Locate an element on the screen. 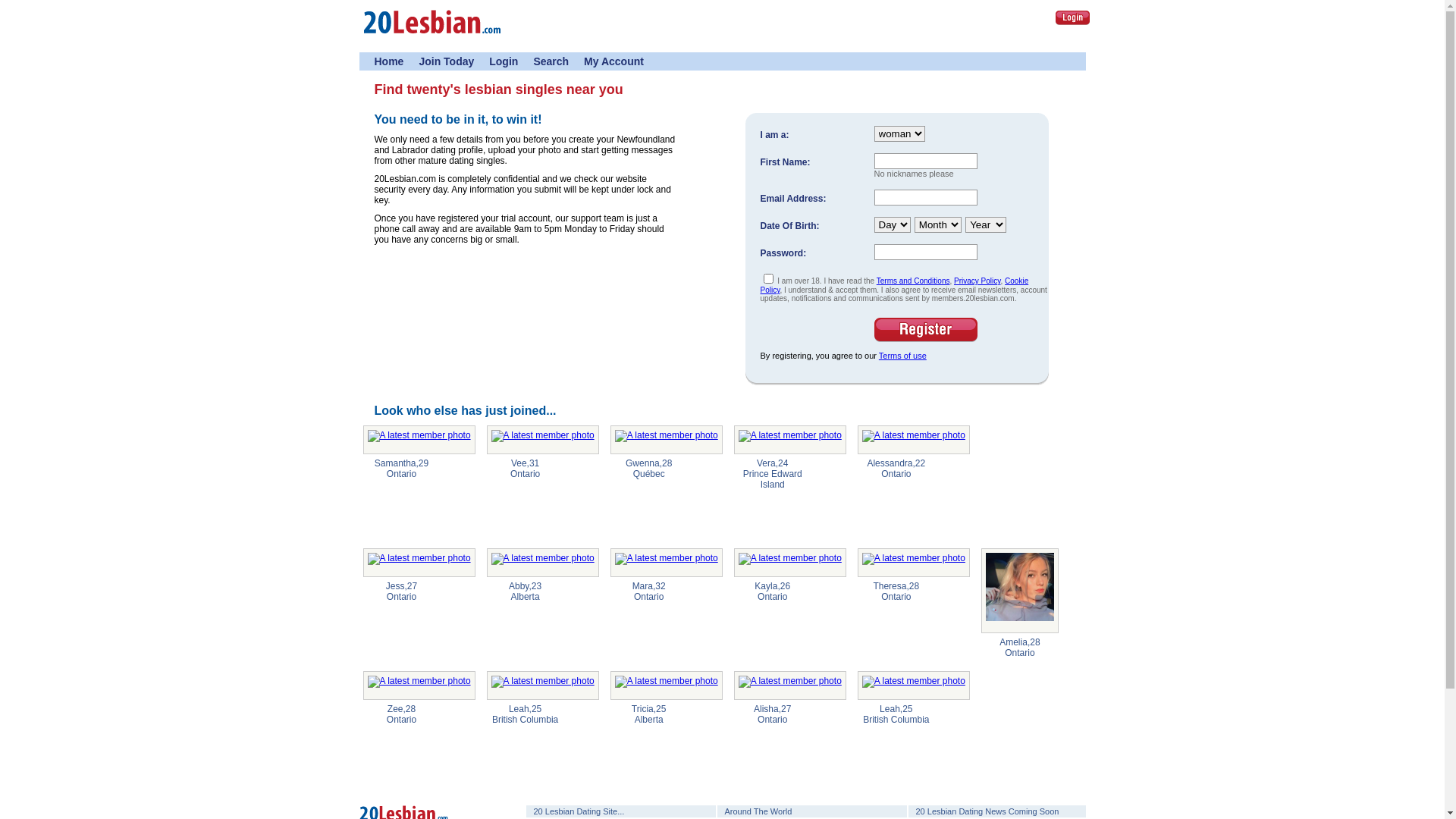 This screenshot has width=1456, height=819. 'Join Today' is located at coordinates (445, 61).